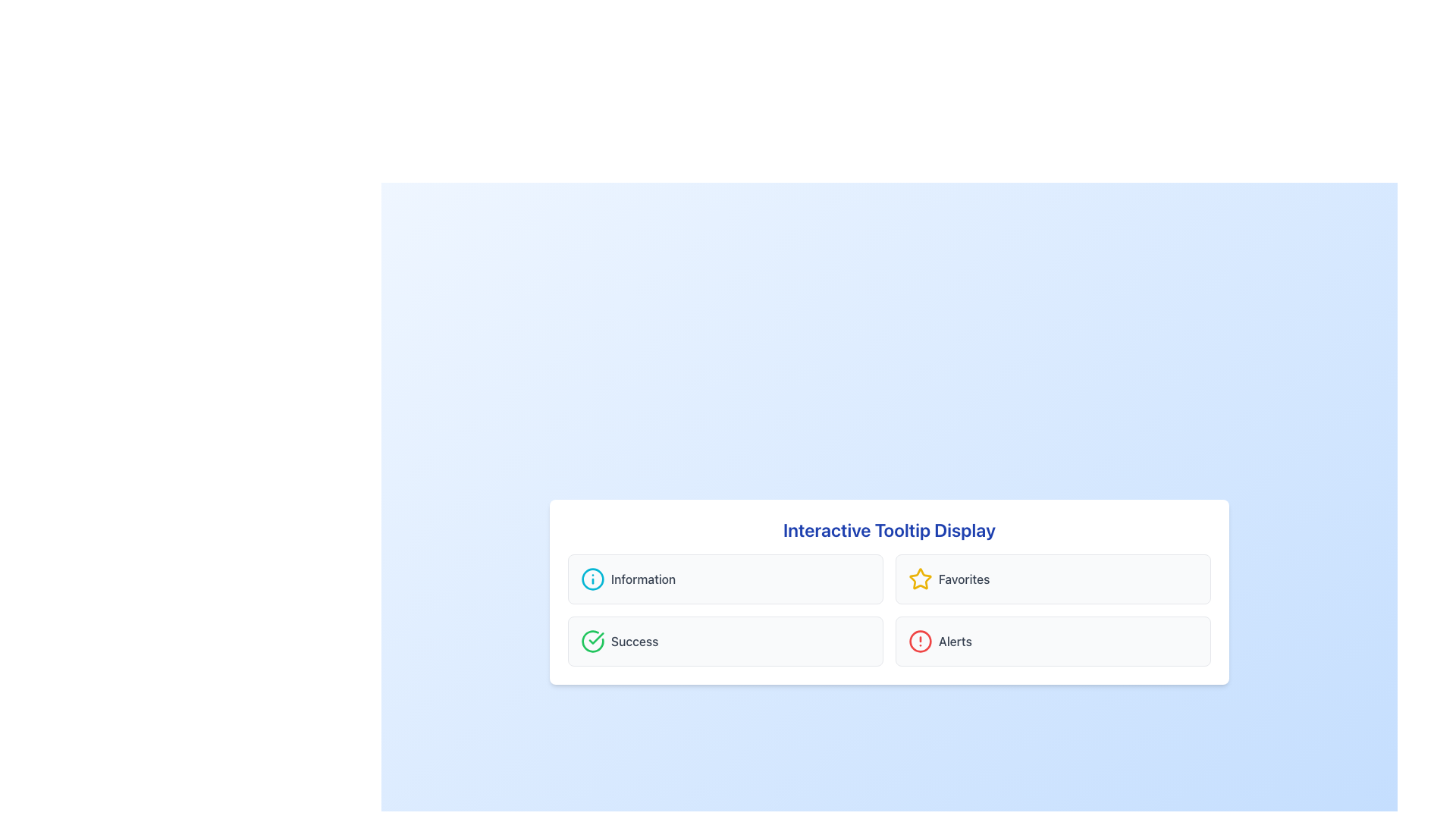 The height and width of the screenshot is (819, 1456). Describe the element at coordinates (920, 579) in the screenshot. I see `the star-shaped icon with a yellow outline located to the left of the word 'Favorites' to interact with it` at that location.